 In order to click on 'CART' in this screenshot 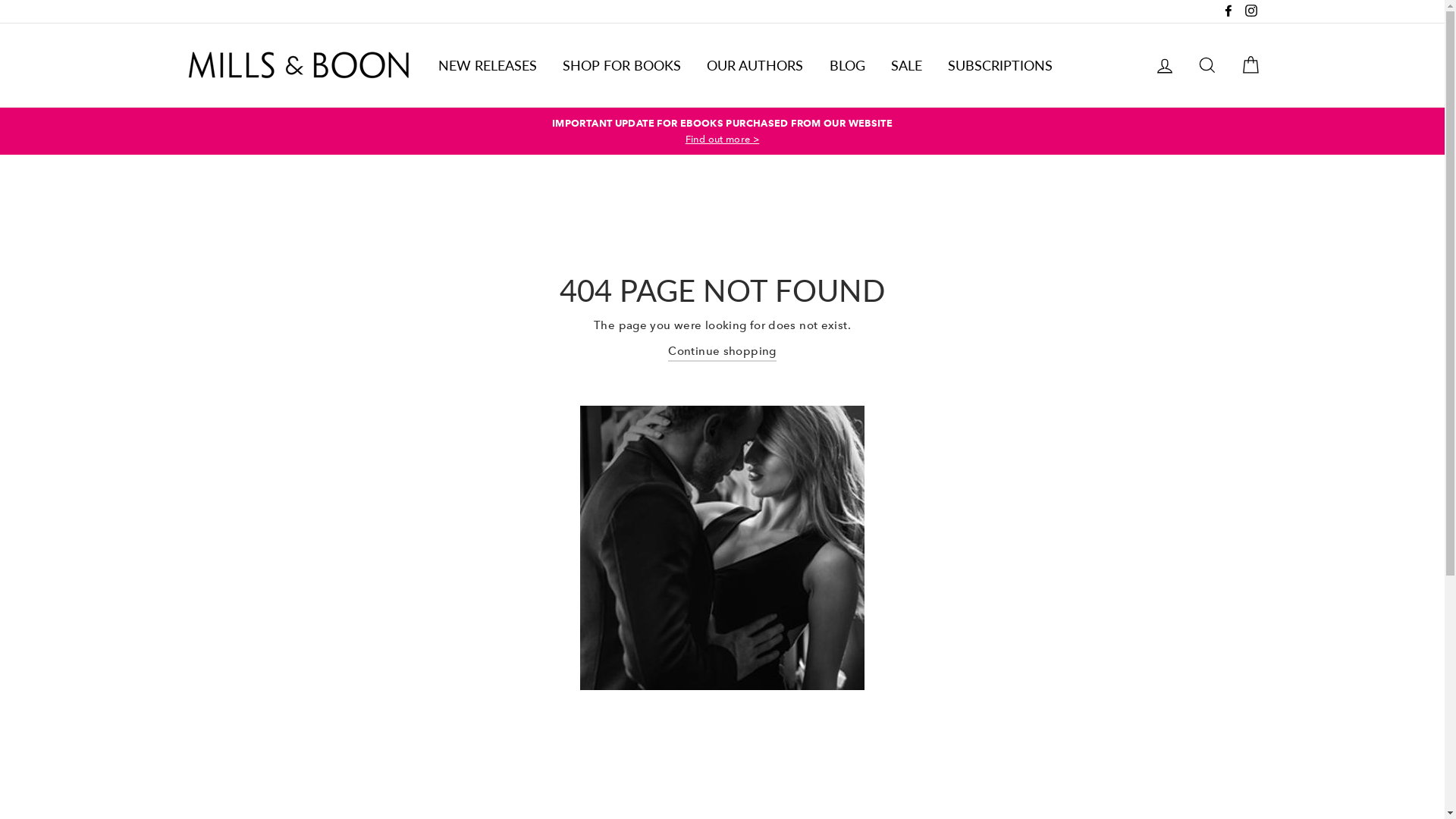, I will do `click(1249, 64)`.